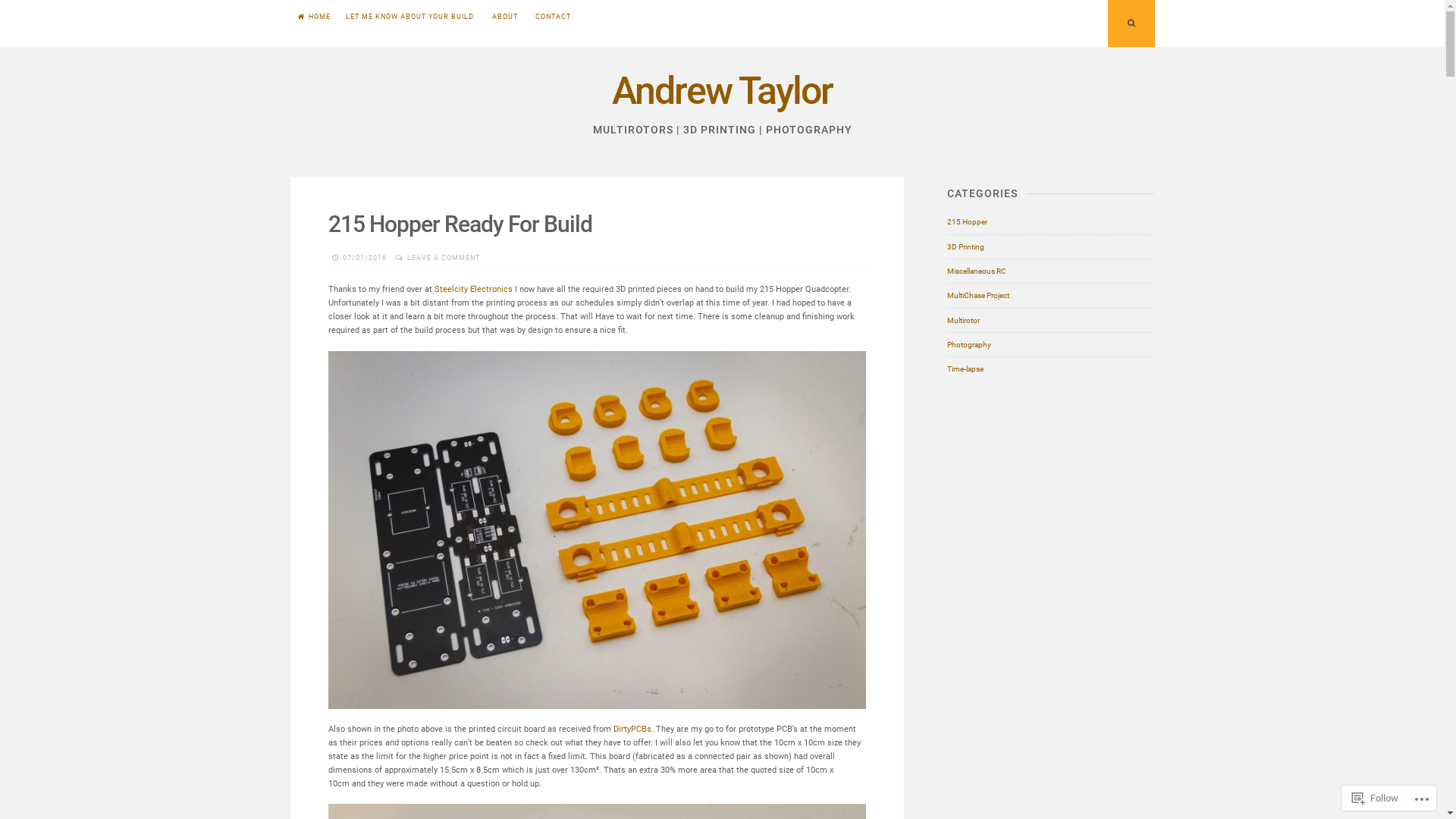 The height and width of the screenshot is (819, 1456). I want to click on '3D Printing', so click(965, 246).